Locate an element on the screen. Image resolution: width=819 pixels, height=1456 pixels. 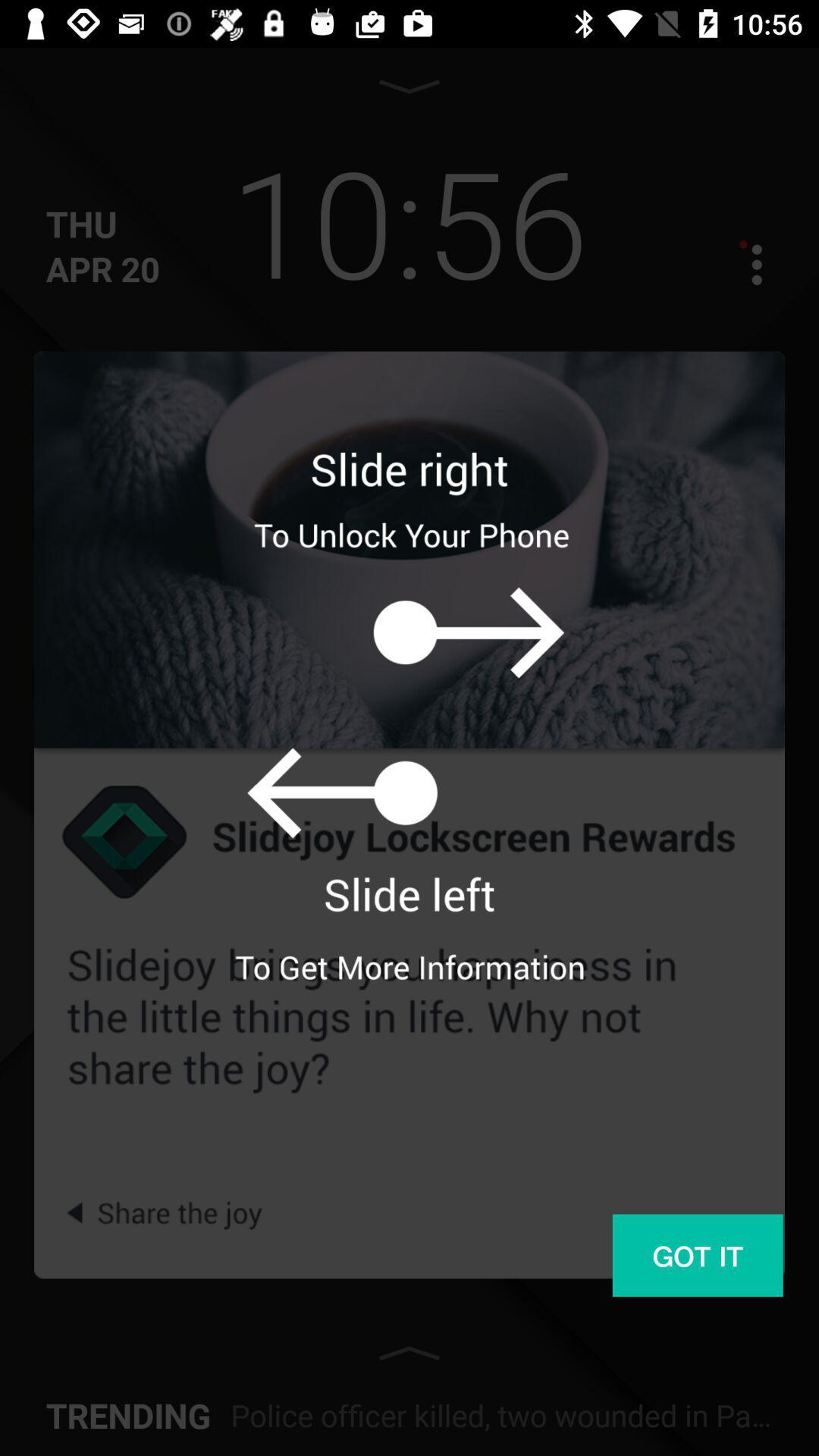
the more icon is located at coordinates (742, 264).